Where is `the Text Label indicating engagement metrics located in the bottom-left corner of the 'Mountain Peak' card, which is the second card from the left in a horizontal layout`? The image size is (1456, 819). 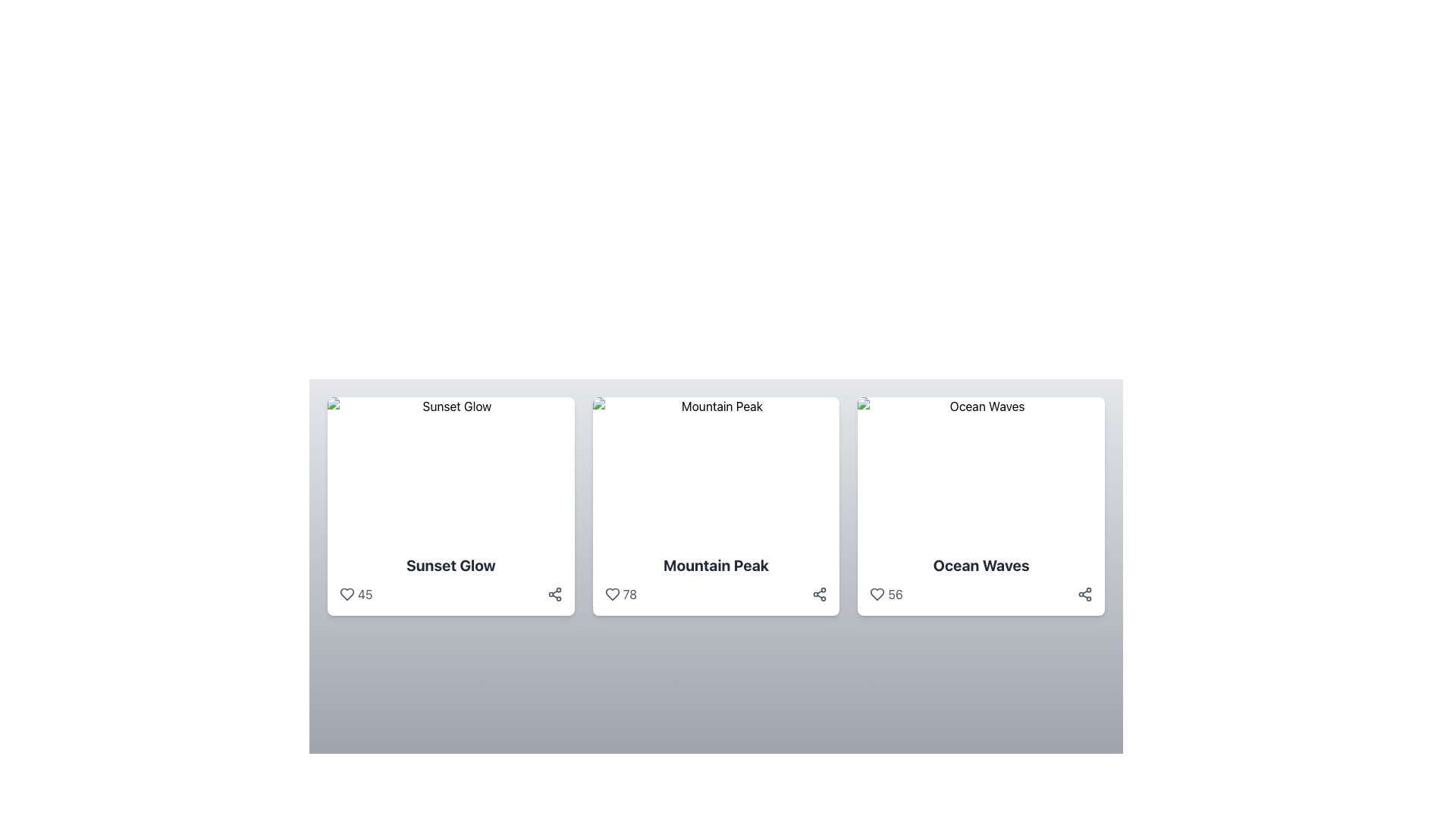 the Text Label indicating engagement metrics located in the bottom-left corner of the 'Mountain Peak' card, which is the second card from the left in a horizontal layout is located at coordinates (629, 593).